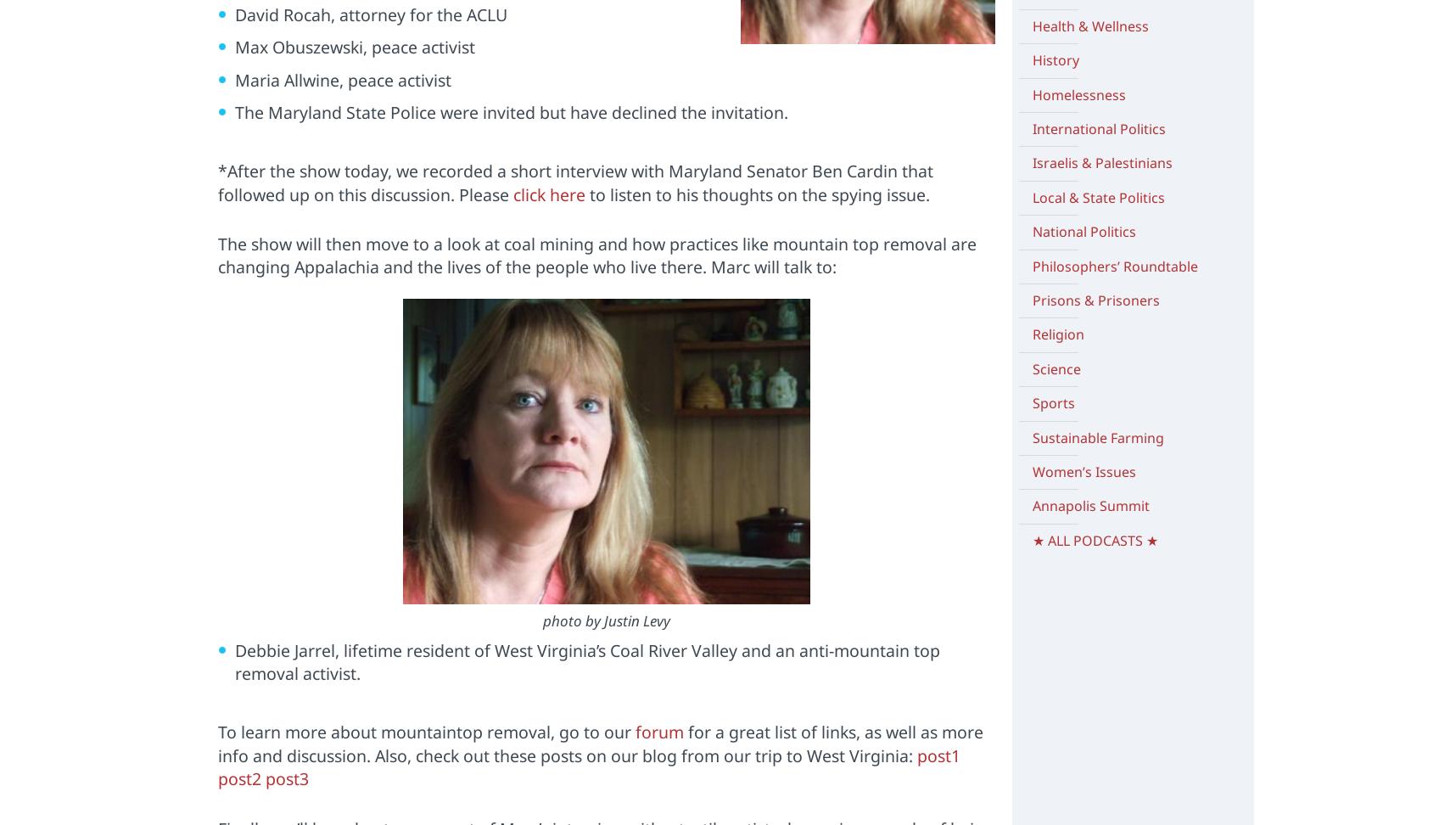 Image resolution: width=1456 pixels, height=825 pixels. I want to click on 'Sustainable Farming', so click(1031, 436).